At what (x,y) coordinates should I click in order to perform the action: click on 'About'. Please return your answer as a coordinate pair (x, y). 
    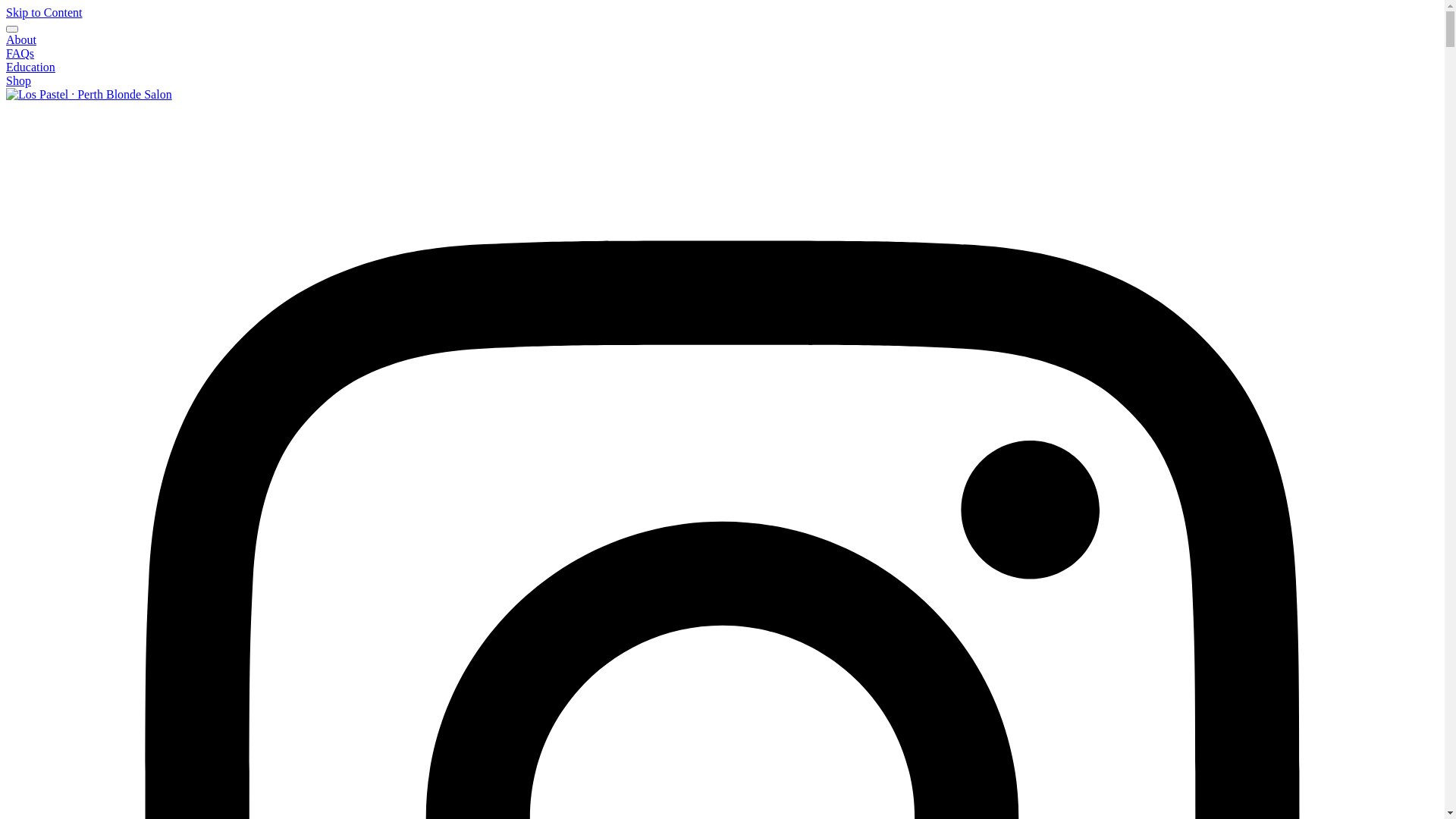
    Looking at the image, I should click on (21, 39).